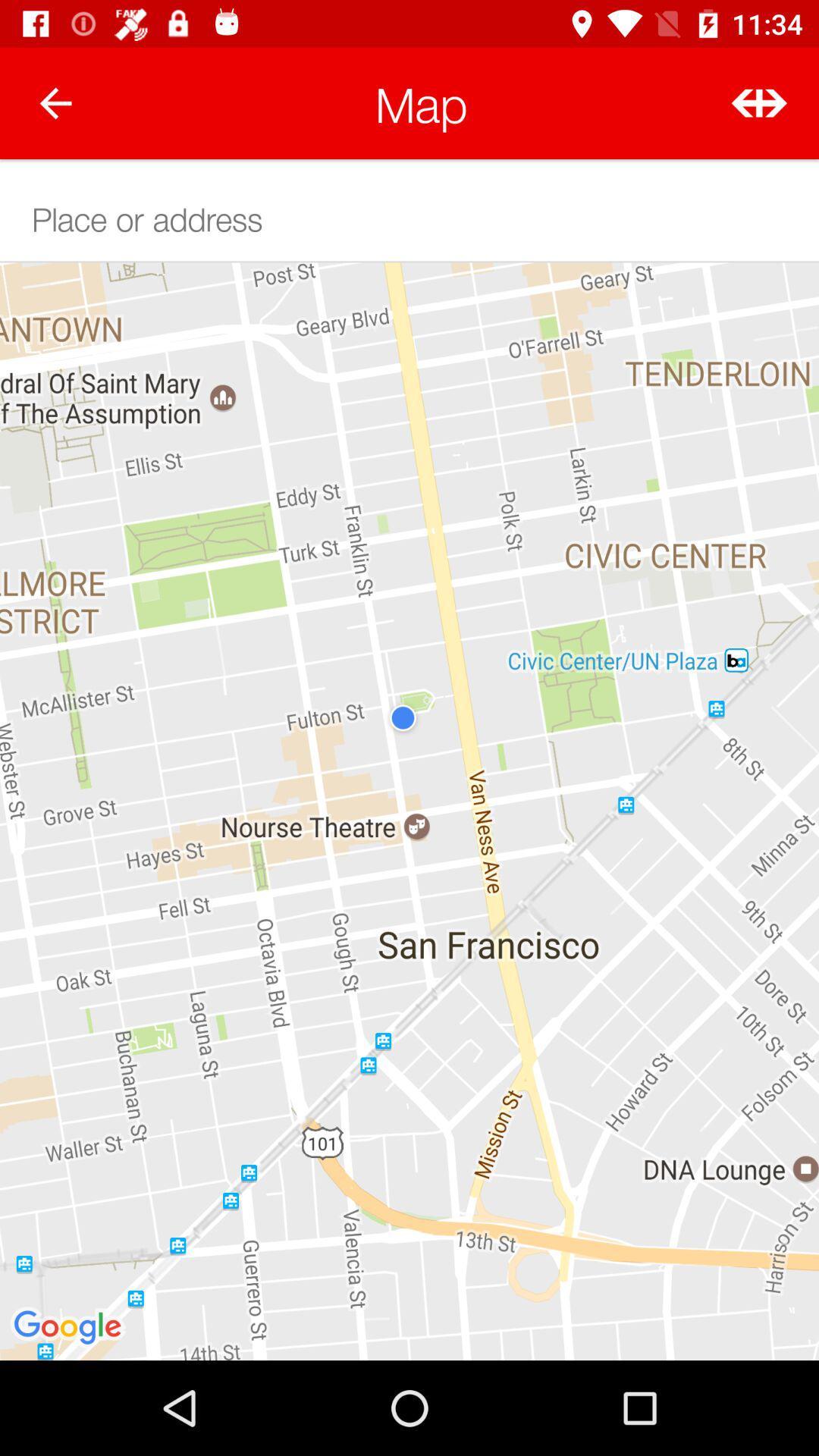 This screenshot has width=819, height=1456. Describe the element at coordinates (409, 216) in the screenshot. I see `input address` at that location.